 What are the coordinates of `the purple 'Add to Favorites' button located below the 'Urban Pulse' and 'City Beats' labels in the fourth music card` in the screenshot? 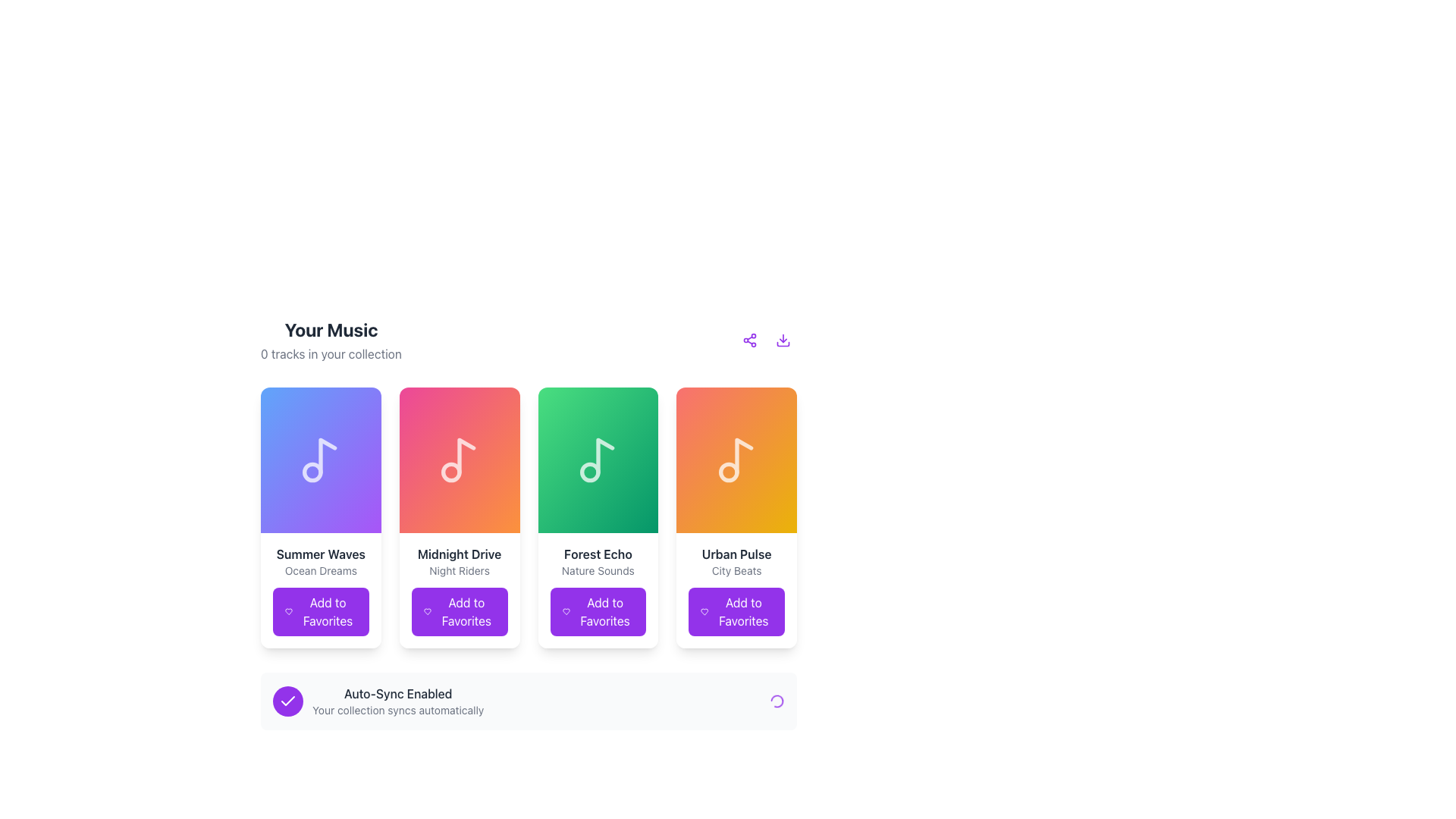 It's located at (736, 590).